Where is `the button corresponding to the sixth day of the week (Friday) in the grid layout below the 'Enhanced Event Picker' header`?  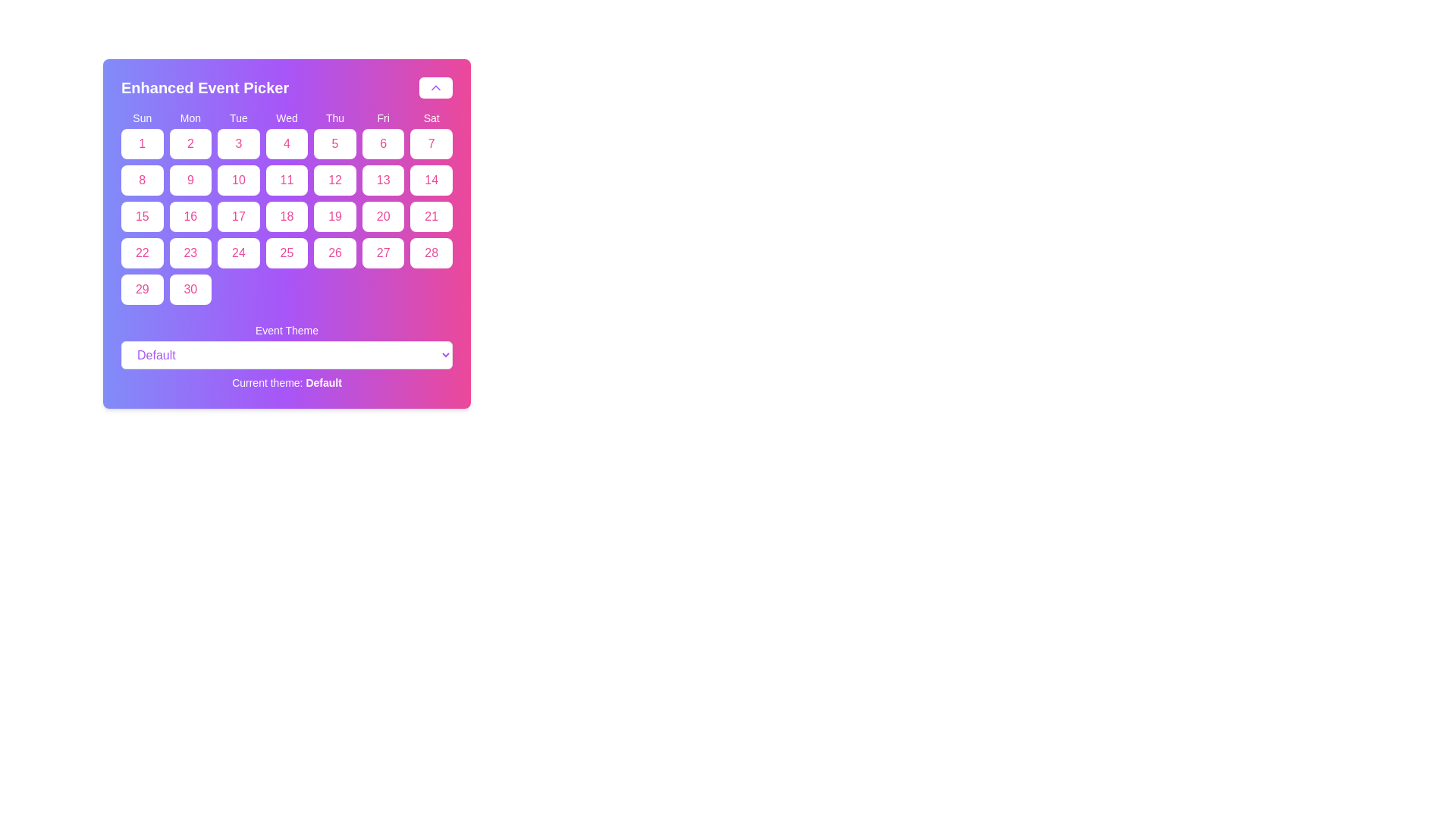 the button corresponding to the sixth day of the week (Friday) in the grid layout below the 'Enhanced Event Picker' header is located at coordinates (383, 143).